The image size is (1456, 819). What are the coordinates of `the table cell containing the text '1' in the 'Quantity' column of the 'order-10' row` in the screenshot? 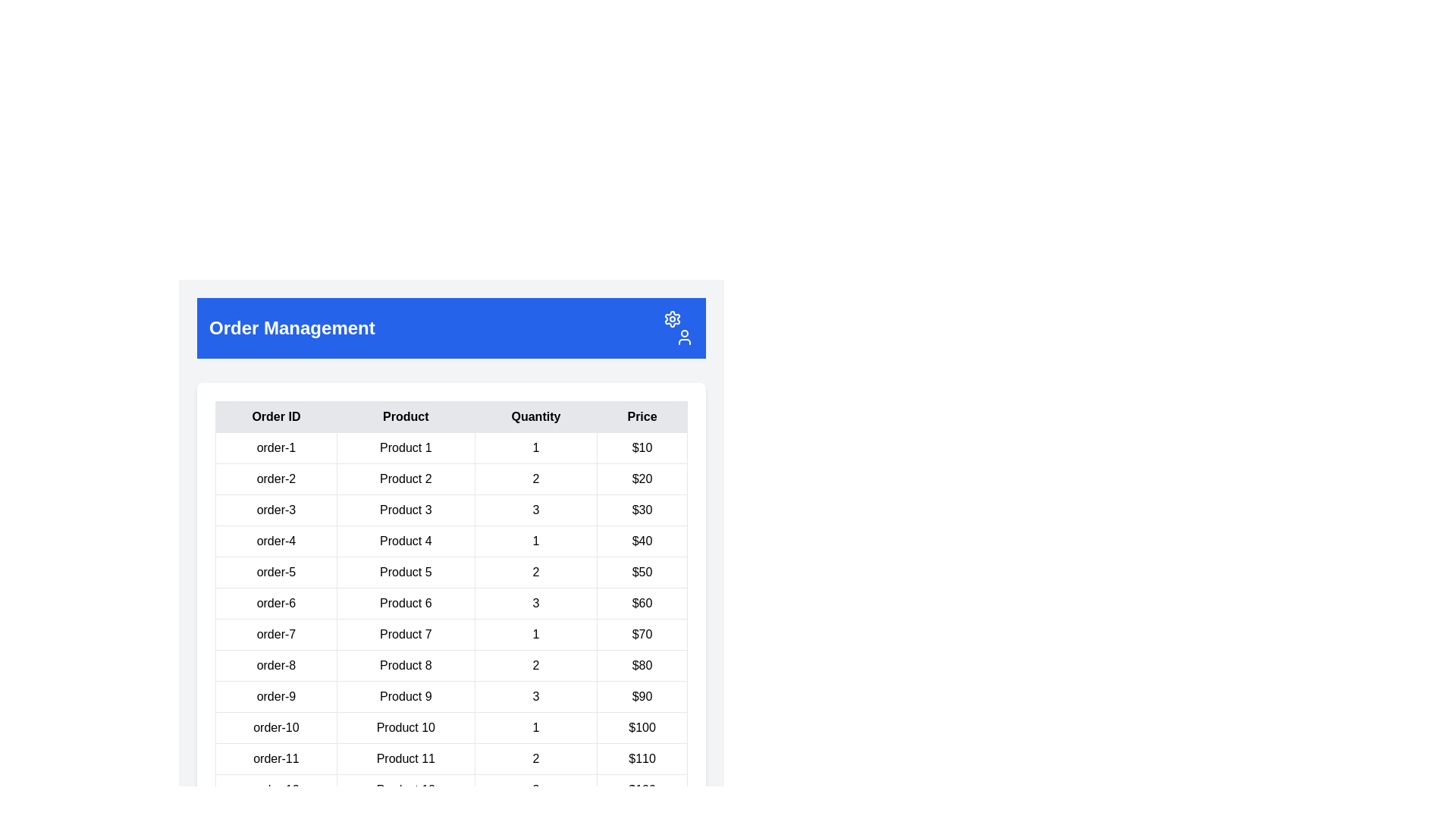 It's located at (535, 727).